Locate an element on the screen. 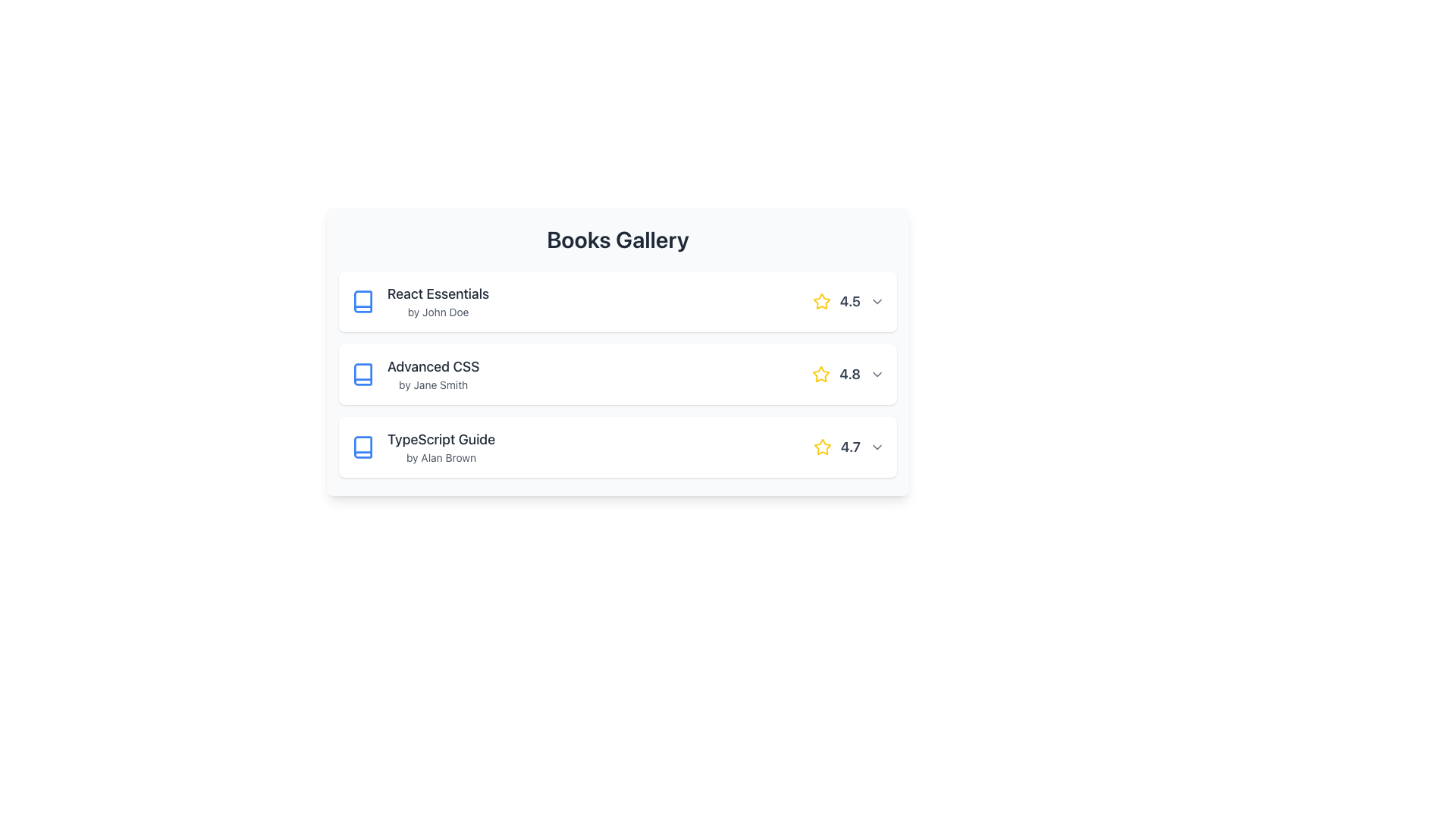 The height and width of the screenshot is (819, 1456). the rating icon located in the first row of the list below 'Books Gallery', which visually represents a rating of '4.5' is located at coordinates (821, 301).